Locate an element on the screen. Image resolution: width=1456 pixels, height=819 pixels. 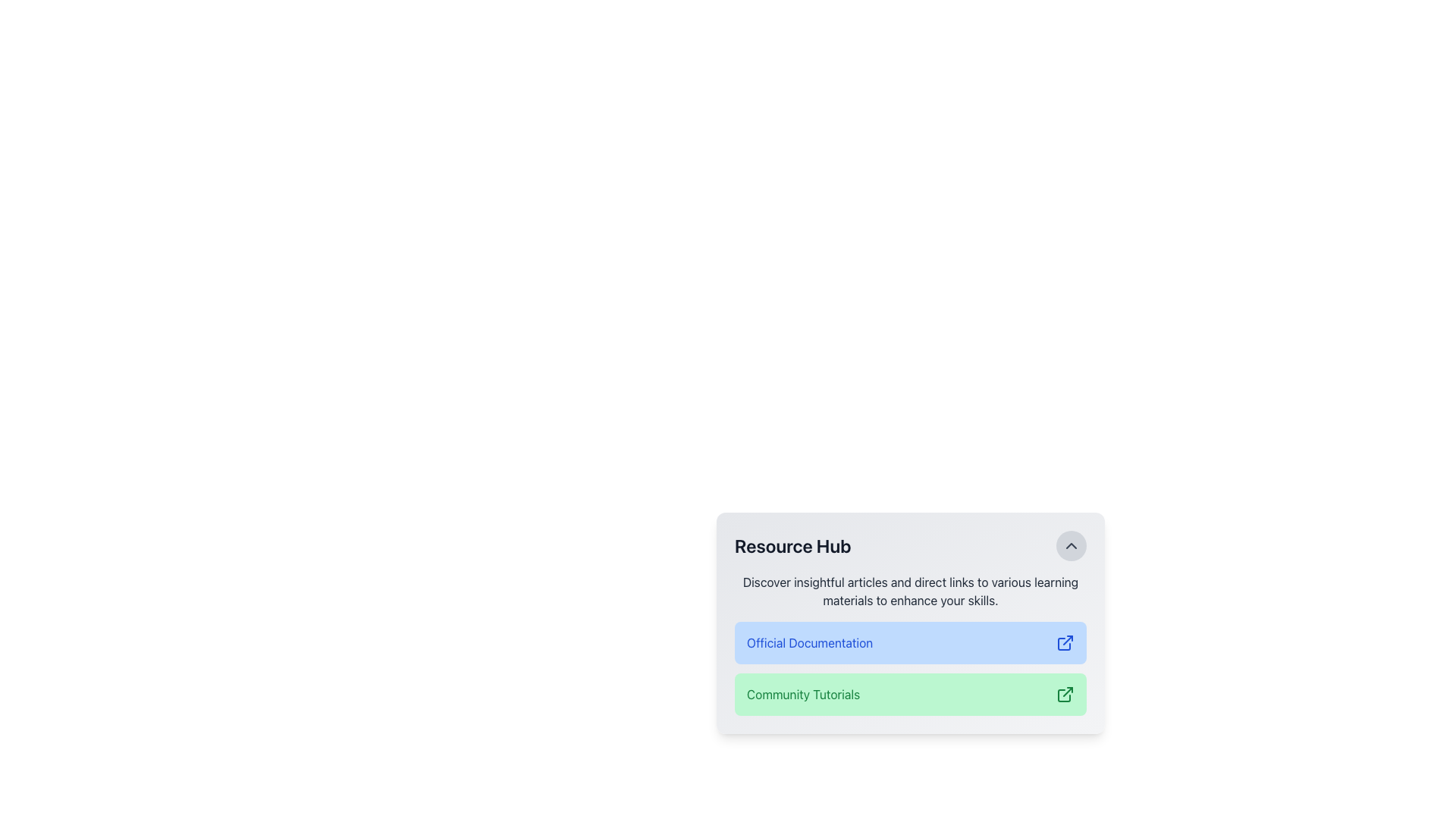
the Text Block located at the top of the 'Resource Hub' section, which provides context for the resources below it is located at coordinates (910, 590).